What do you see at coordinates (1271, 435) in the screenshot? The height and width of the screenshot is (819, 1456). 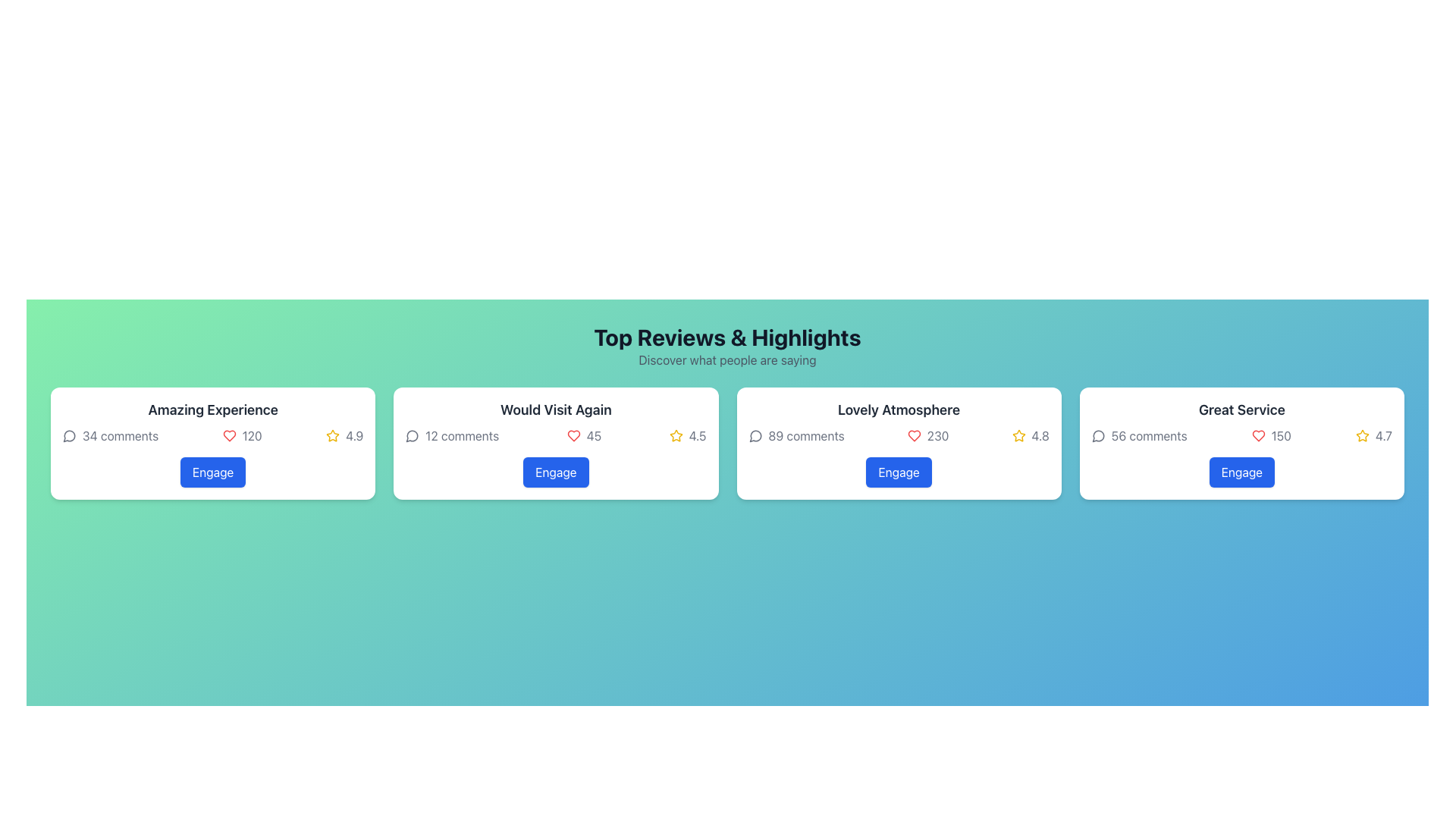 I see `textual numerical display showing the number '150', which is styled in gray font and located next to a red heart icon in the 'Great Service' card` at bounding box center [1271, 435].